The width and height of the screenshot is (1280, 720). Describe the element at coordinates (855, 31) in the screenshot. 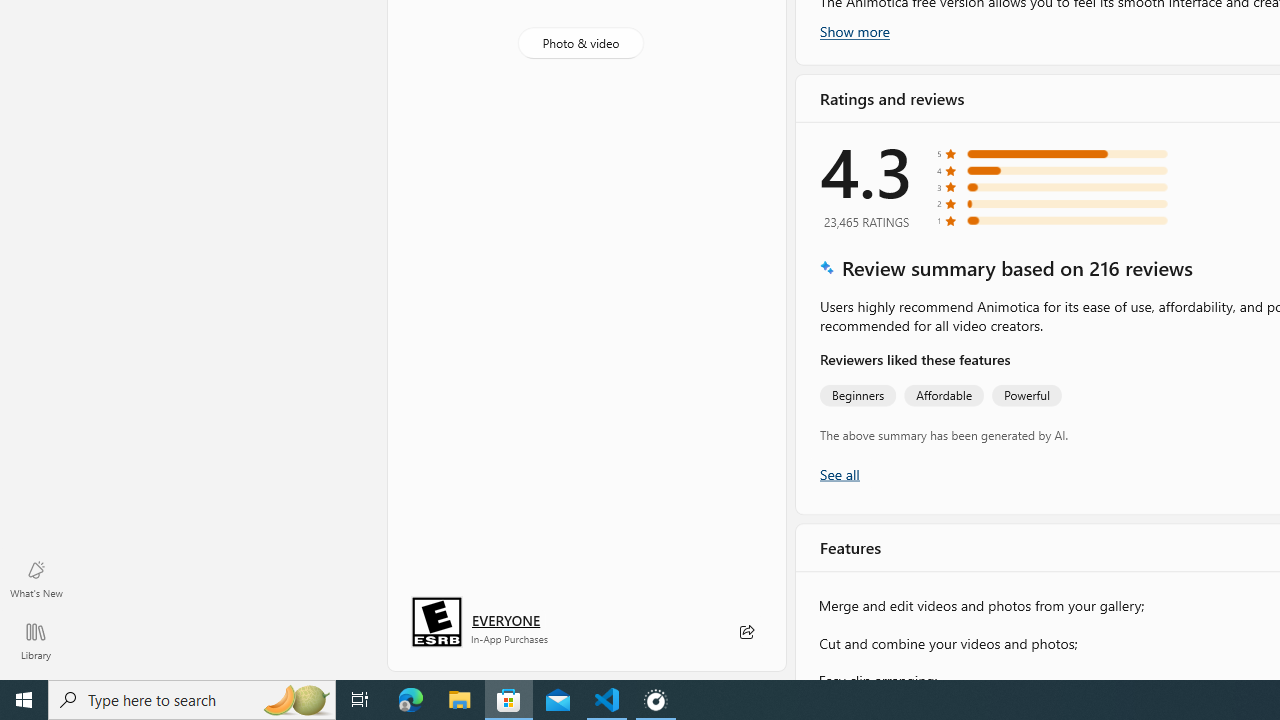

I see `'Show more'` at that location.